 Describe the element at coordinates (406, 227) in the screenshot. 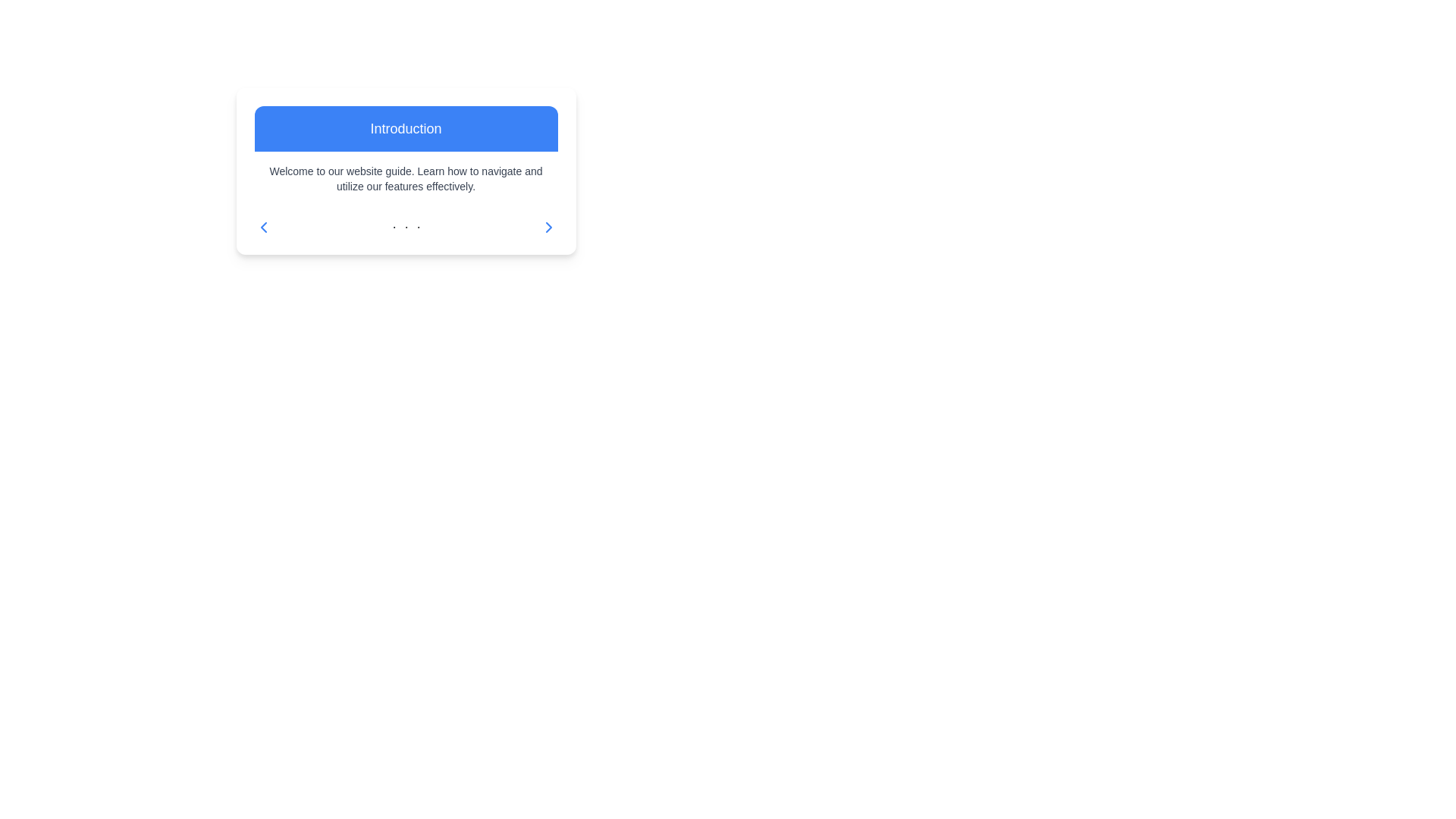

I see `the second Indicator Dot at the bottom of the card that indicates the currently active page in a multi-step interface` at that location.